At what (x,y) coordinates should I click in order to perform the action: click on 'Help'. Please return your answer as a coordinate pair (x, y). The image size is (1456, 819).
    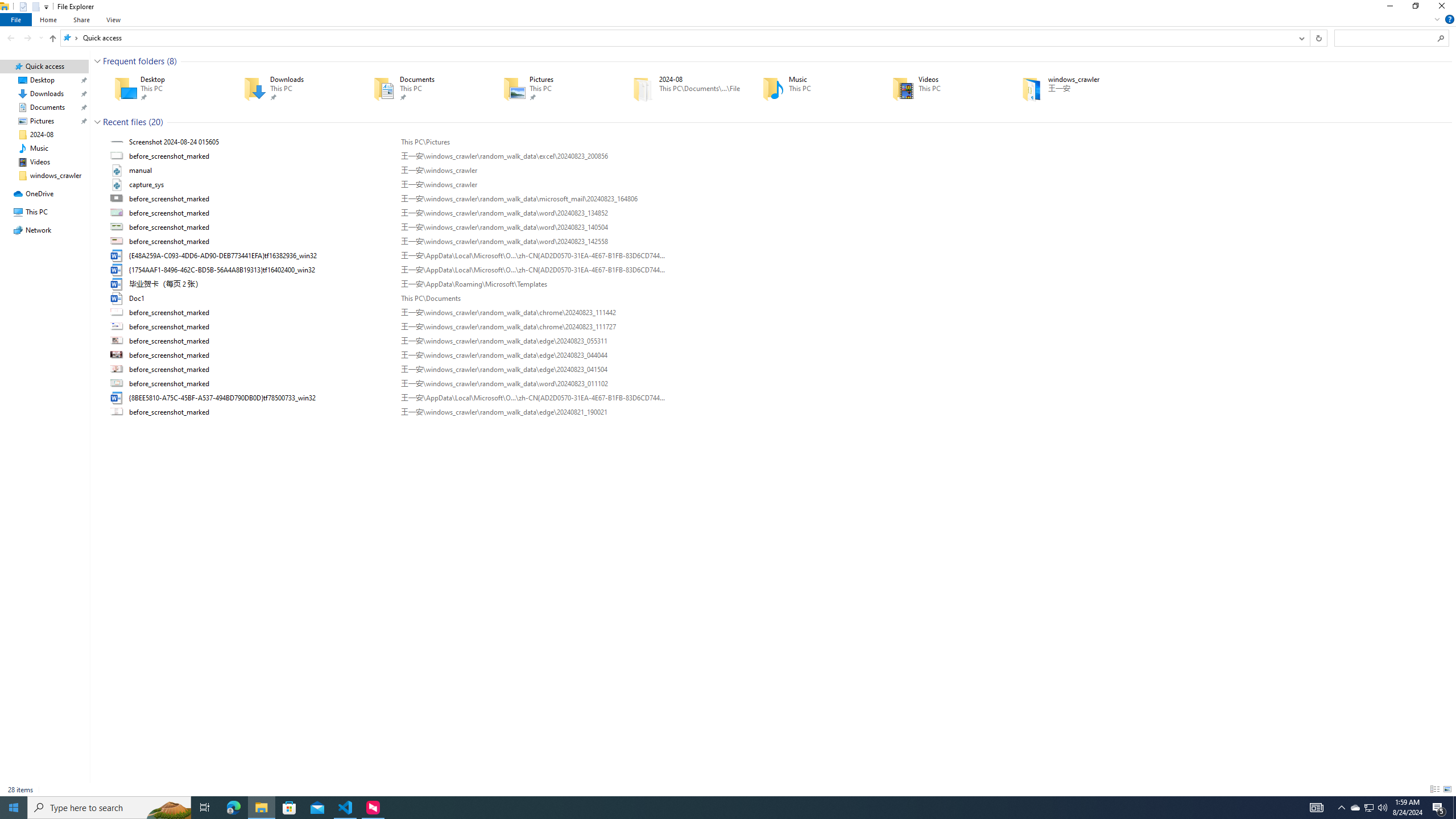
    Looking at the image, I should click on (1449, 18).